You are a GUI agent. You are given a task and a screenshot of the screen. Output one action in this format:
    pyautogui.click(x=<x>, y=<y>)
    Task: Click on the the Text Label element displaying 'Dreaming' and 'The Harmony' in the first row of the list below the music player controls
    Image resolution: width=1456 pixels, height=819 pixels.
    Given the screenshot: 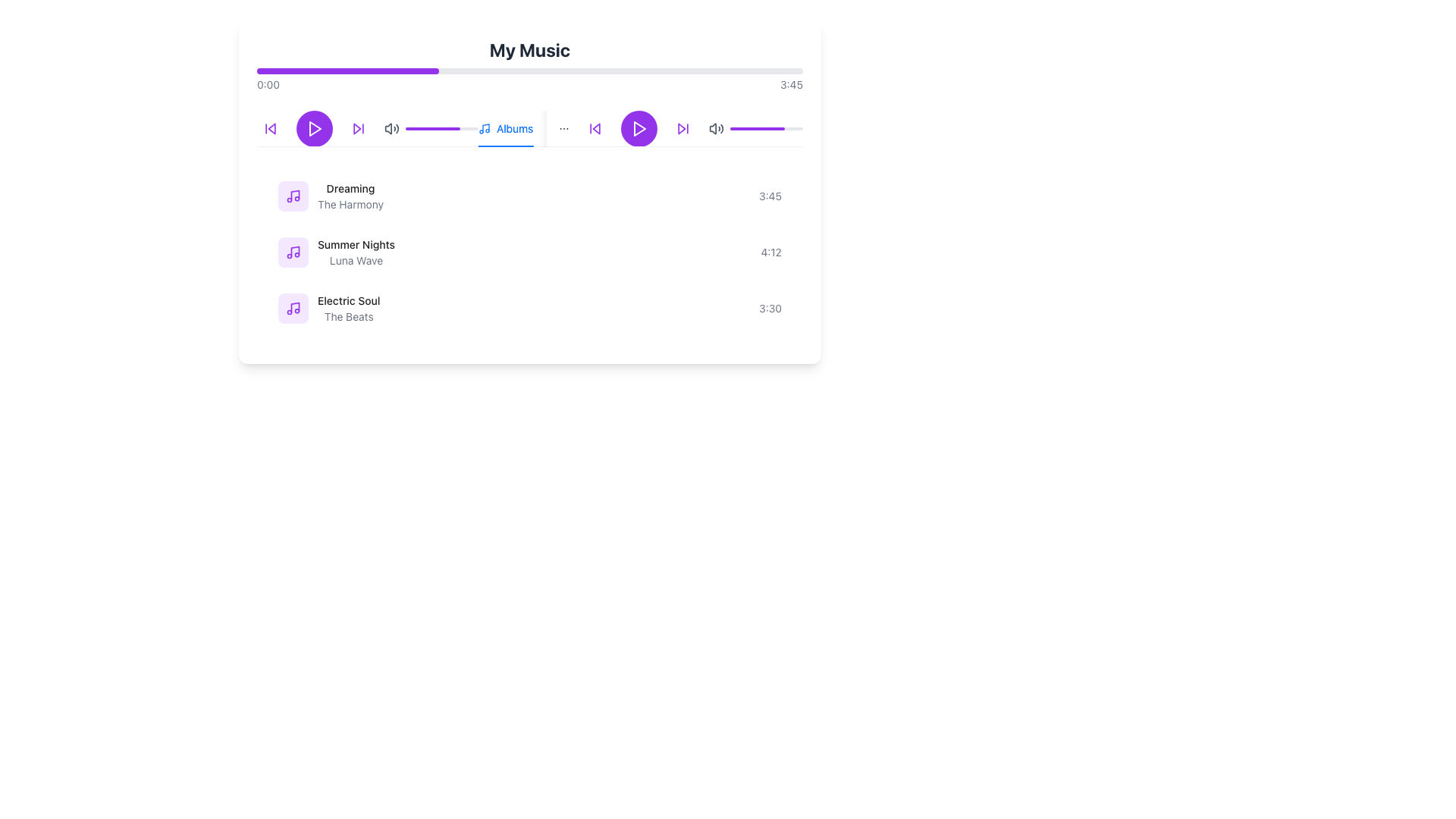 What is the action you would take?
    pyautogui.click(x=350, y=195)
    